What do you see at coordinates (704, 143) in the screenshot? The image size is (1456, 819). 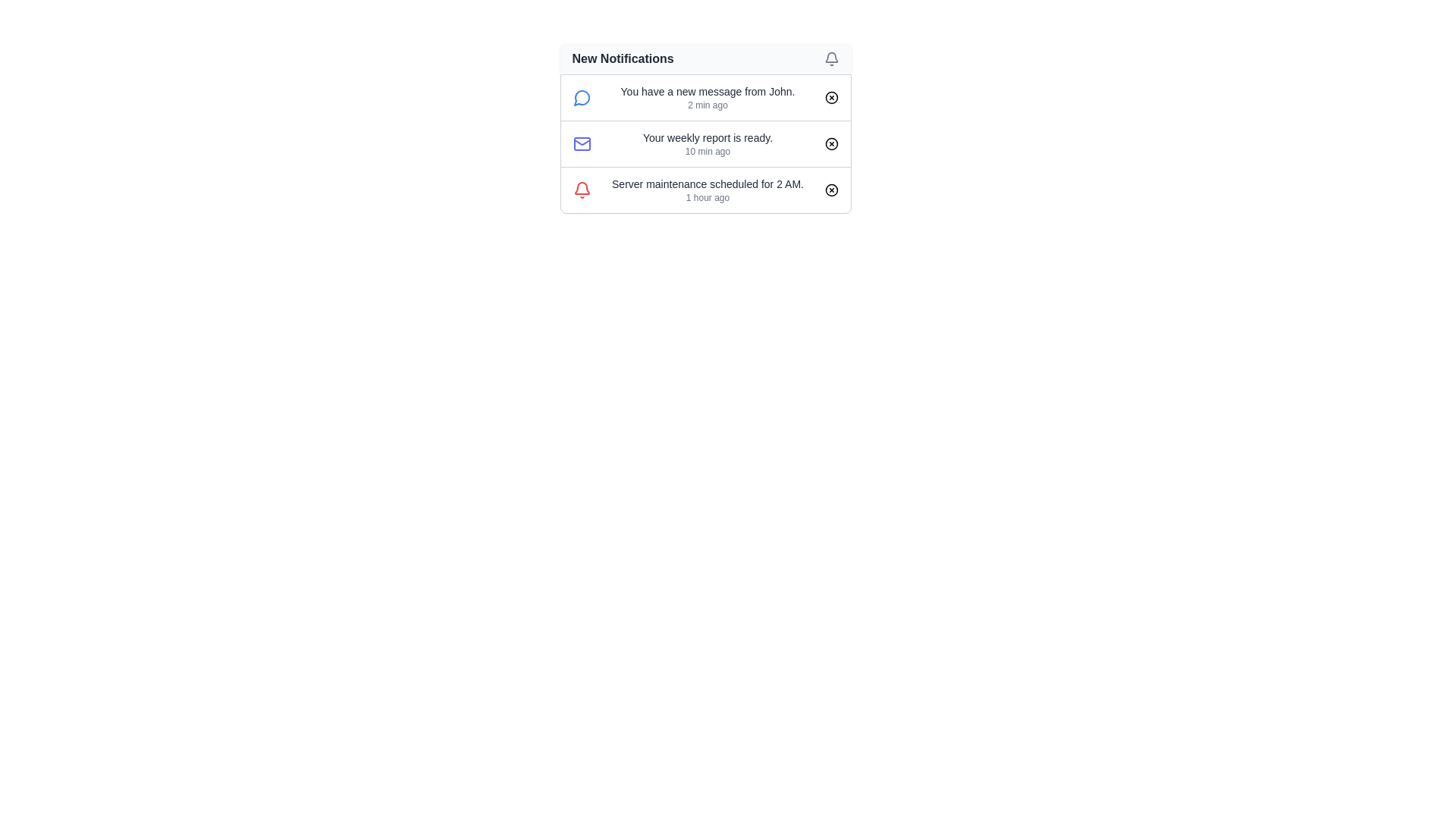 I see `the second notification item that indicates the weekly report is ready, positioned centrally below the first notification about a new message from John` at bounding box center [704, 143].